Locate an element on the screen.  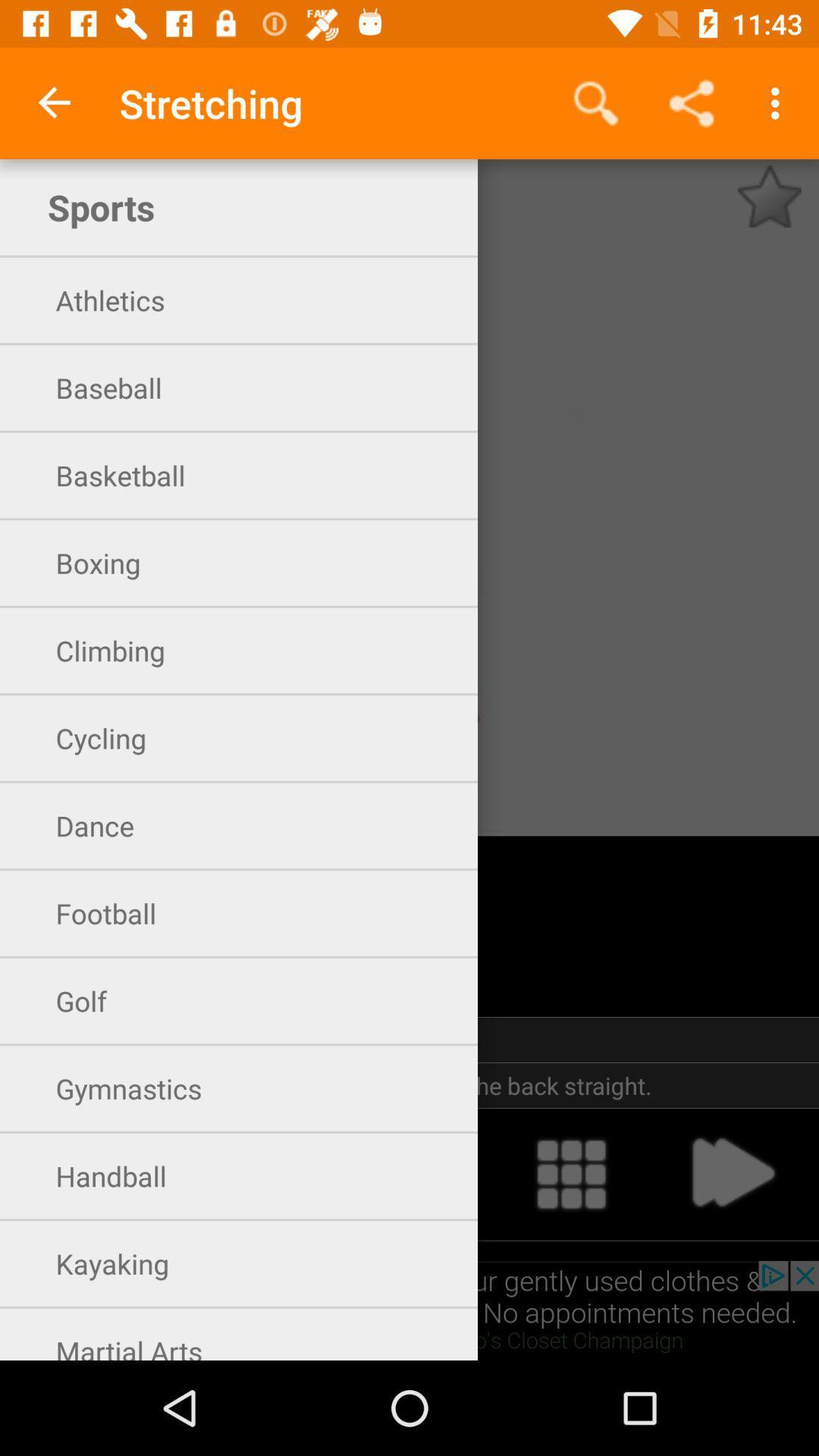
item to the left of the stretching icon is located at coordinates (55, 102).